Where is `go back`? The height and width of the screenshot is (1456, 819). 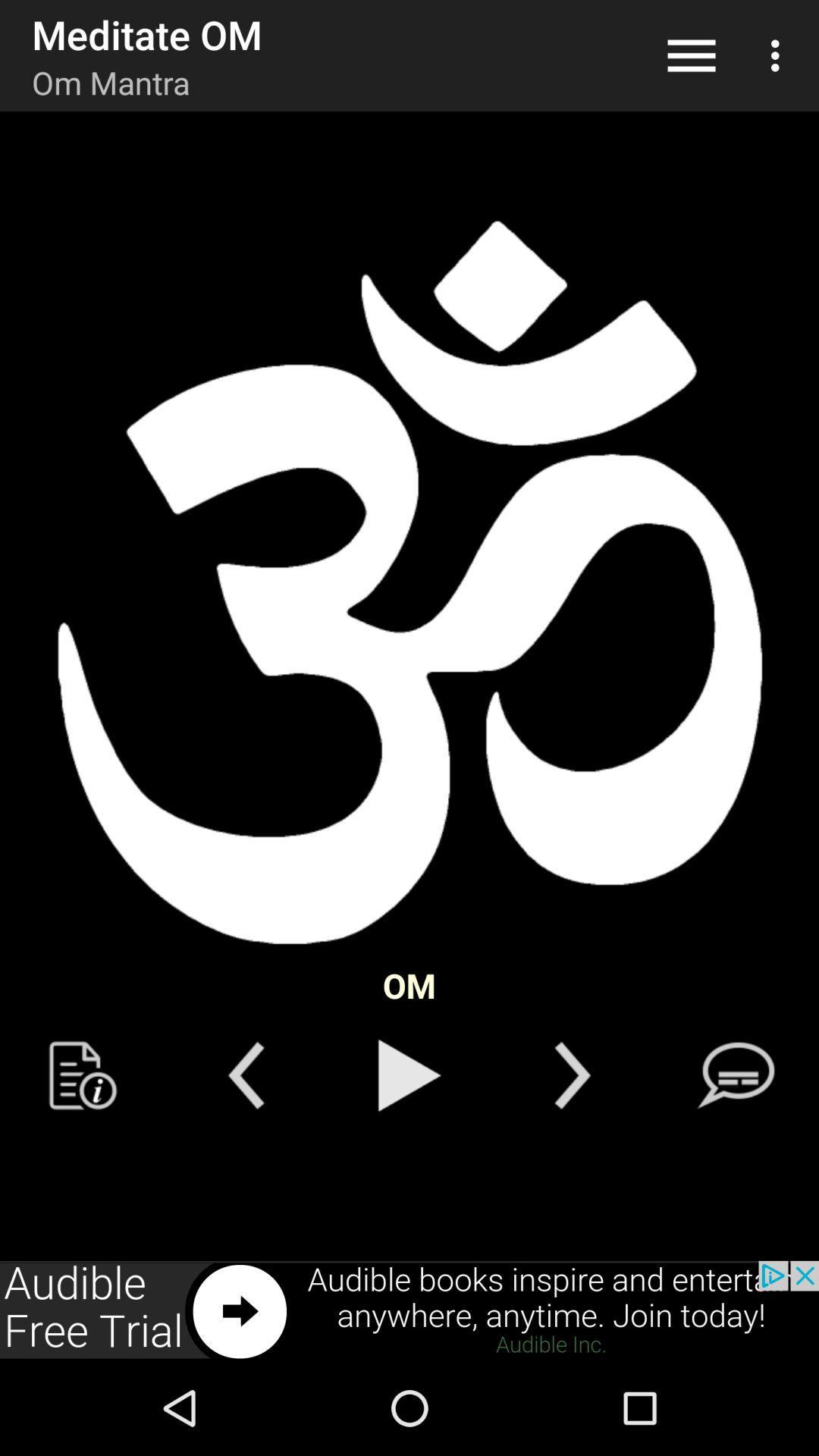 go back is located at coordinates (245, 1075).